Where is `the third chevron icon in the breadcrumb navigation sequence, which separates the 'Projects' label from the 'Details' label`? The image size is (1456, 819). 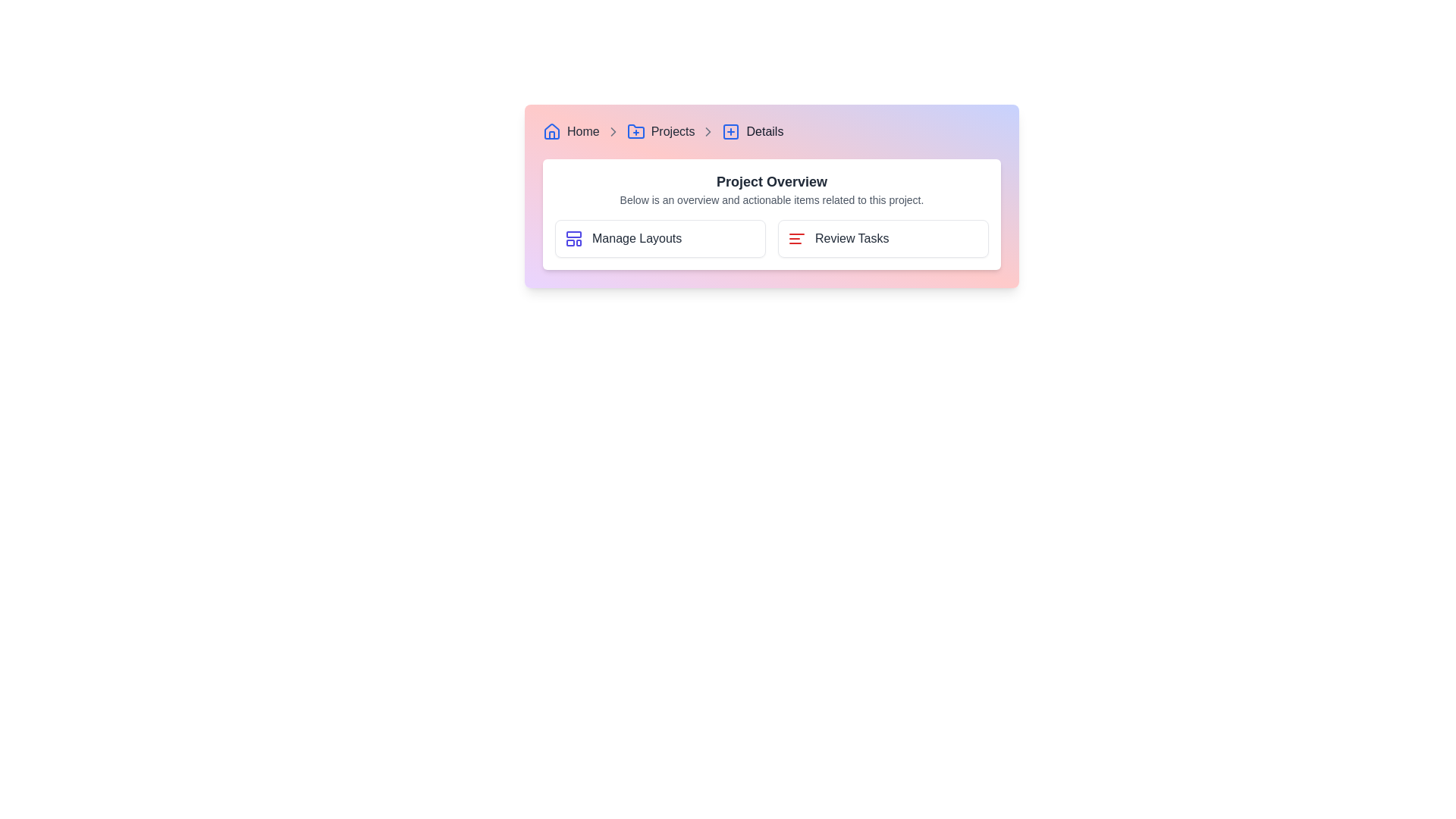
the third chevron icon in the breadcrumb navigation sequence, which separates the 'Projects' label from the 'Details' label is located at coordinates (708, 130).